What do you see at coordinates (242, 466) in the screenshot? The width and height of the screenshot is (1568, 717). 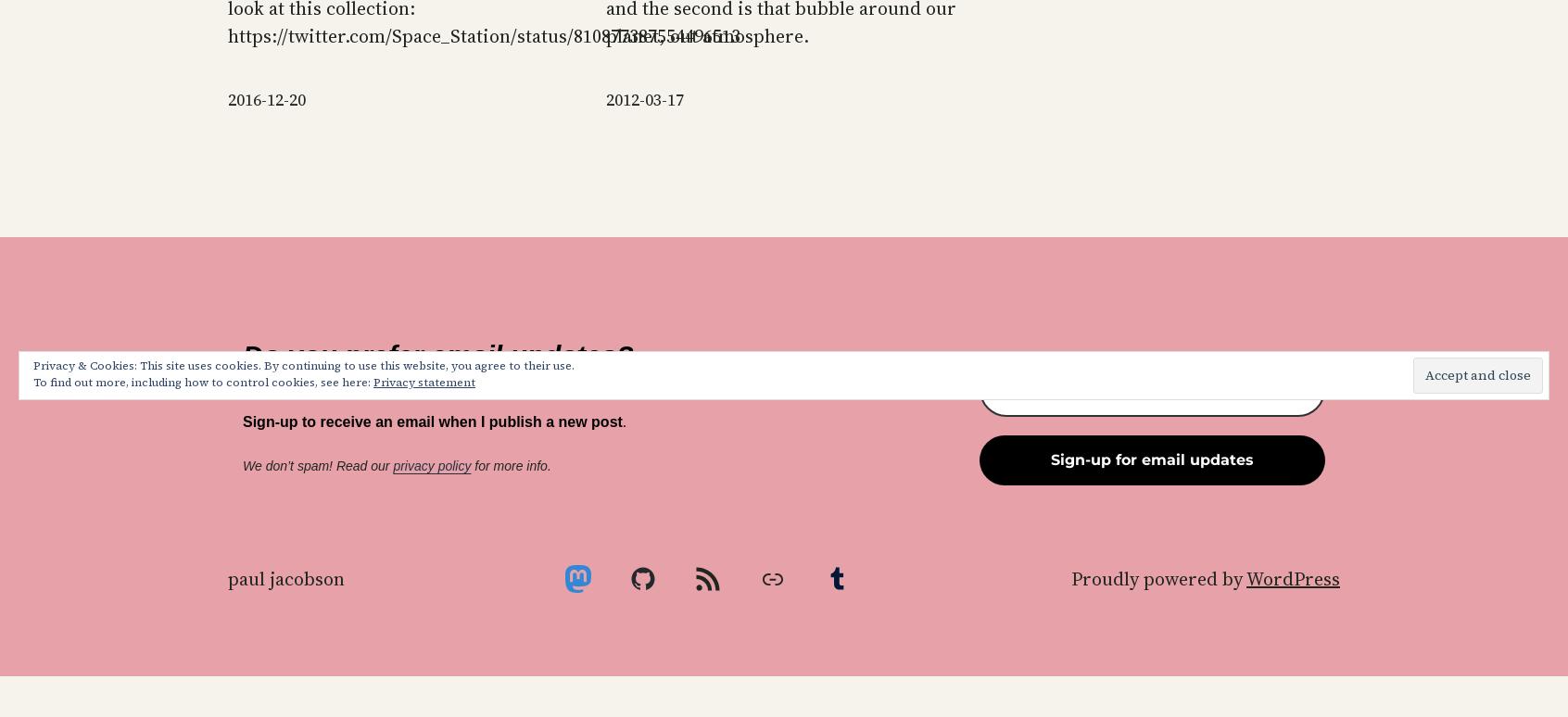 I see `'We don’t spam! Read our'` at bounding box center [242, 466].